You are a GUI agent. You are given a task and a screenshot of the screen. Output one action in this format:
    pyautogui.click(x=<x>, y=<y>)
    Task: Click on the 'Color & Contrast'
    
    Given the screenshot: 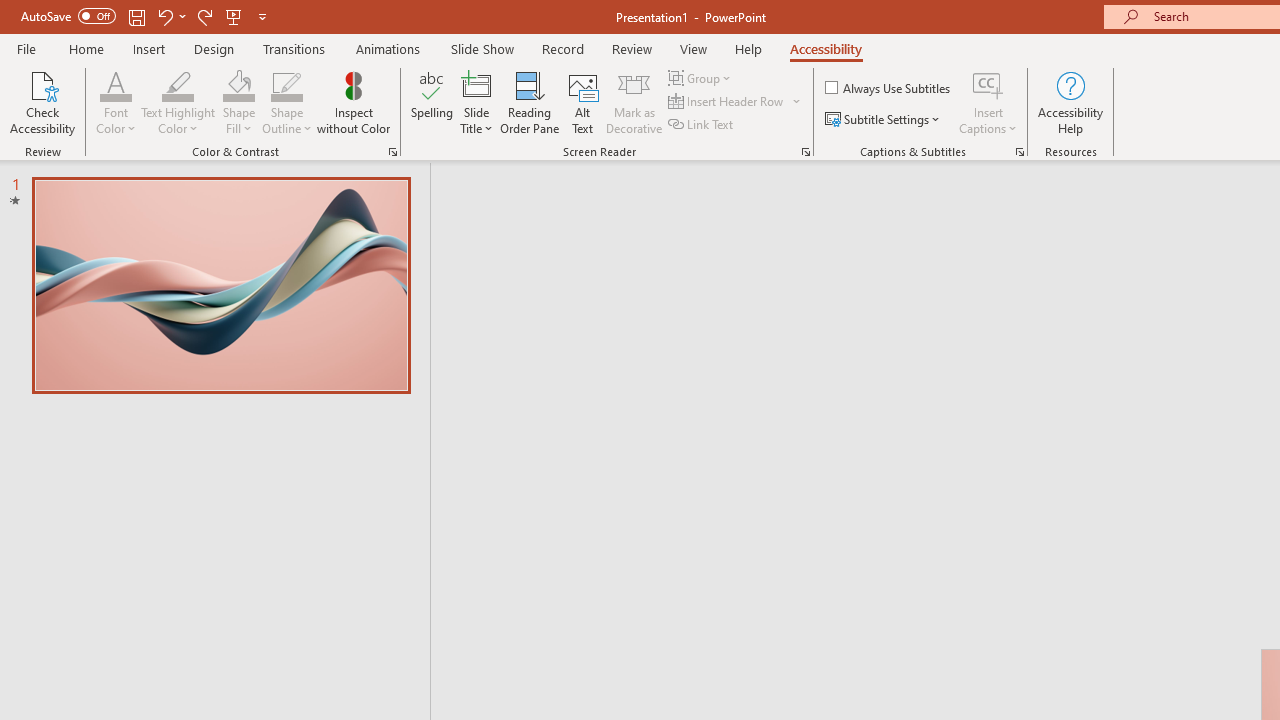 What is the action you would take?
    pyautogui.click(x=392, y=150)
    